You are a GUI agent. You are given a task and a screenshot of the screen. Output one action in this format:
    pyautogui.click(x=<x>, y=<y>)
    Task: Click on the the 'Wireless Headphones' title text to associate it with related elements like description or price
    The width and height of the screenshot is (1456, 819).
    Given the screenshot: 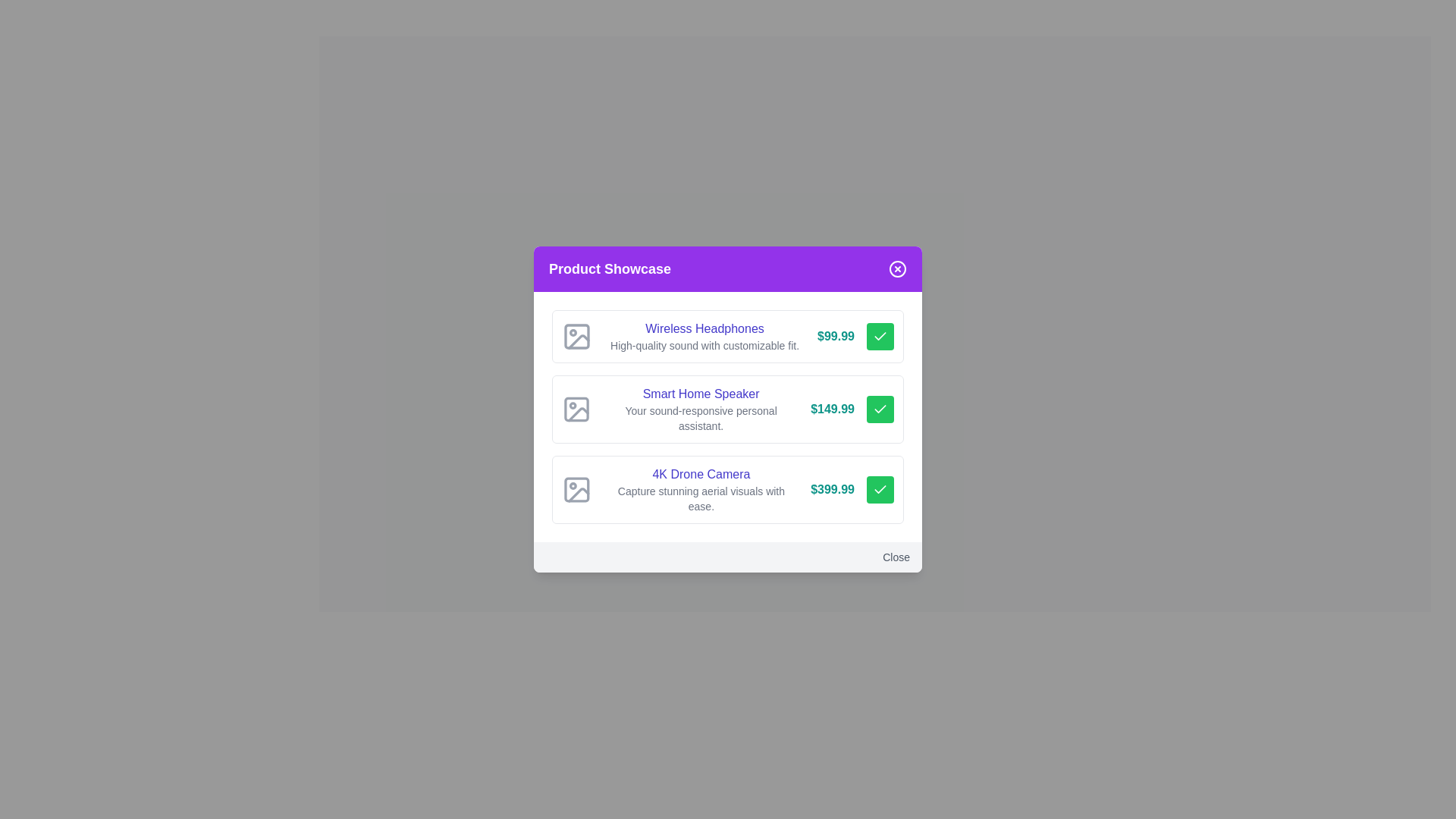 What is the action you would take?
    pyautogui.click(x=704, y=328)
    